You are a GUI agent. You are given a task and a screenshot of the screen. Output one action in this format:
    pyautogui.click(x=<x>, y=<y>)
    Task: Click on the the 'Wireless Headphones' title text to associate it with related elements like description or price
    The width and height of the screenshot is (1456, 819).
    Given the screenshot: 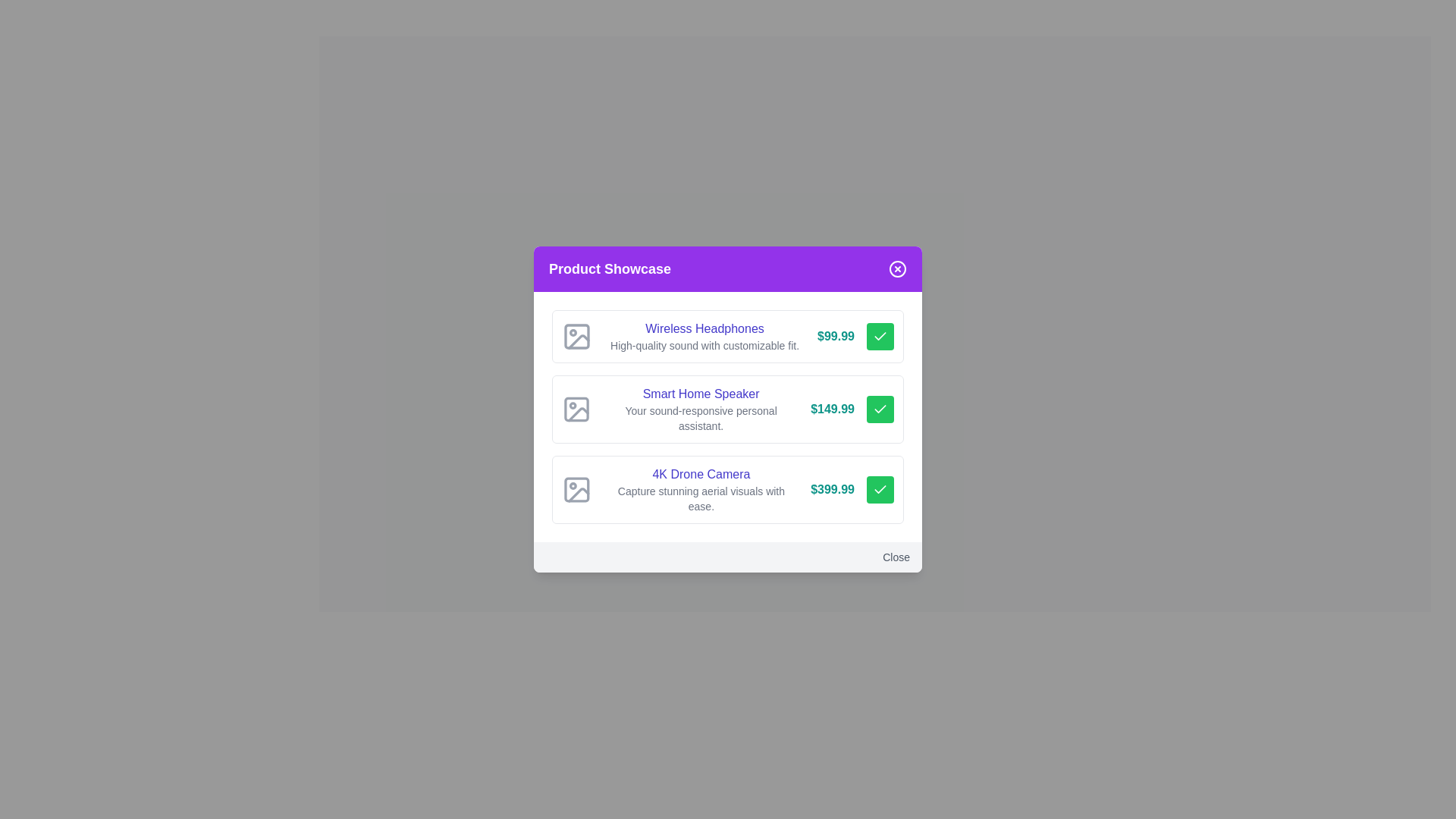 What is the action you would take?
    pyautogui.click(x=704, y=328)
    